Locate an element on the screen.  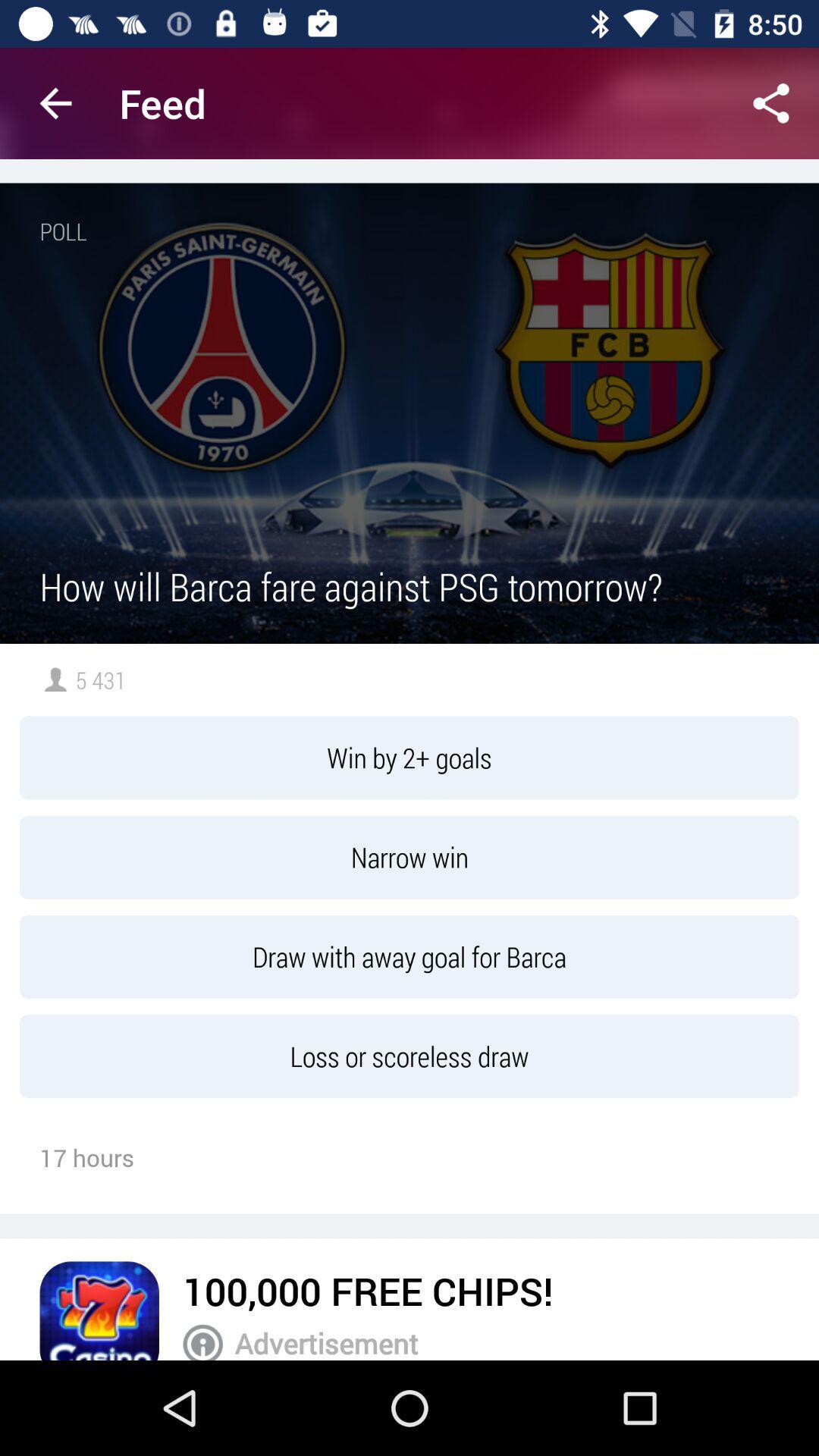
link to download a casino app is located at coordinates (99, 1310).